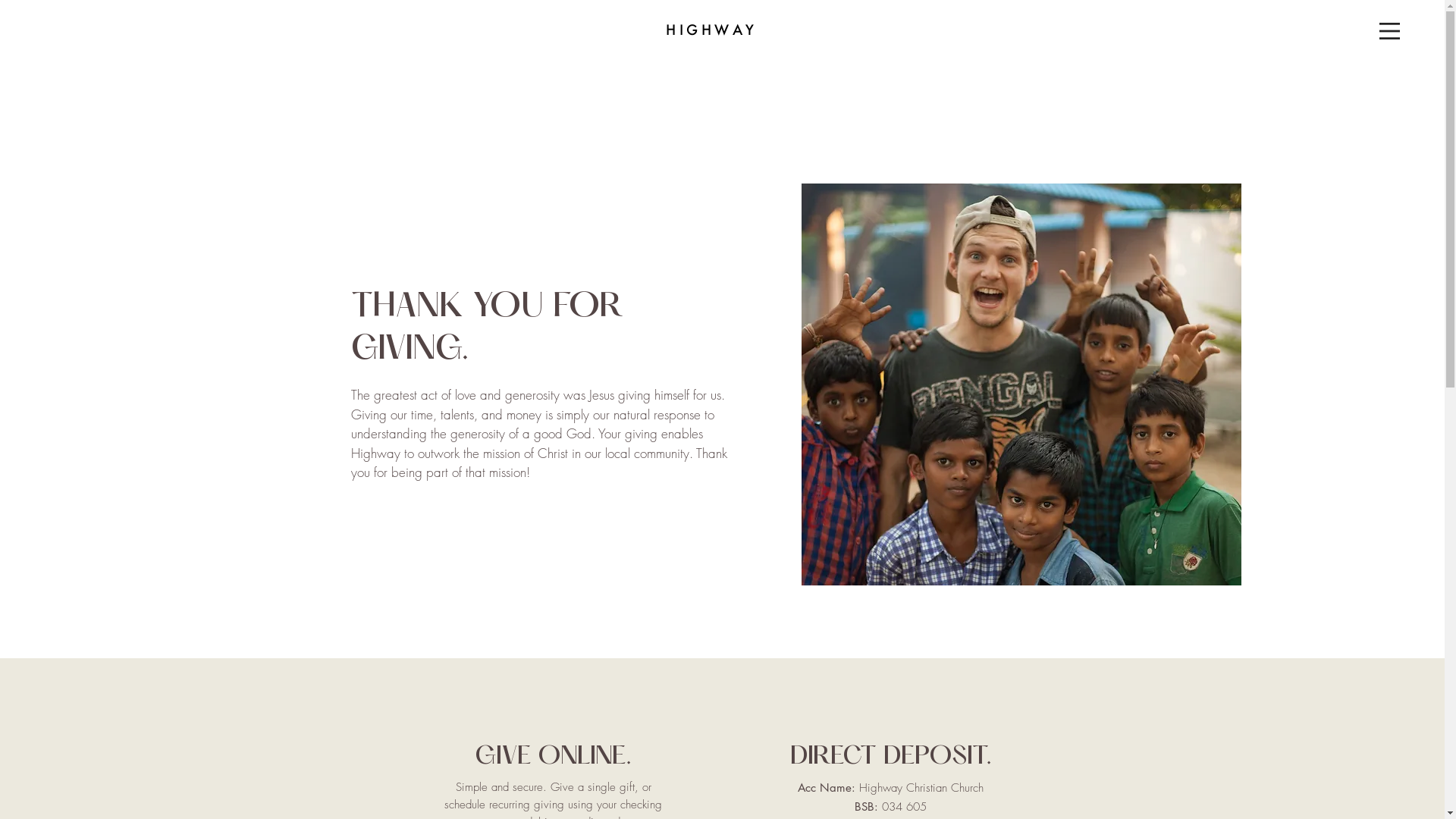  What do you see at coordinates (711, 30) in the screenshot?
I see `'HIGHWAY'` at bounding box center [711, 30].